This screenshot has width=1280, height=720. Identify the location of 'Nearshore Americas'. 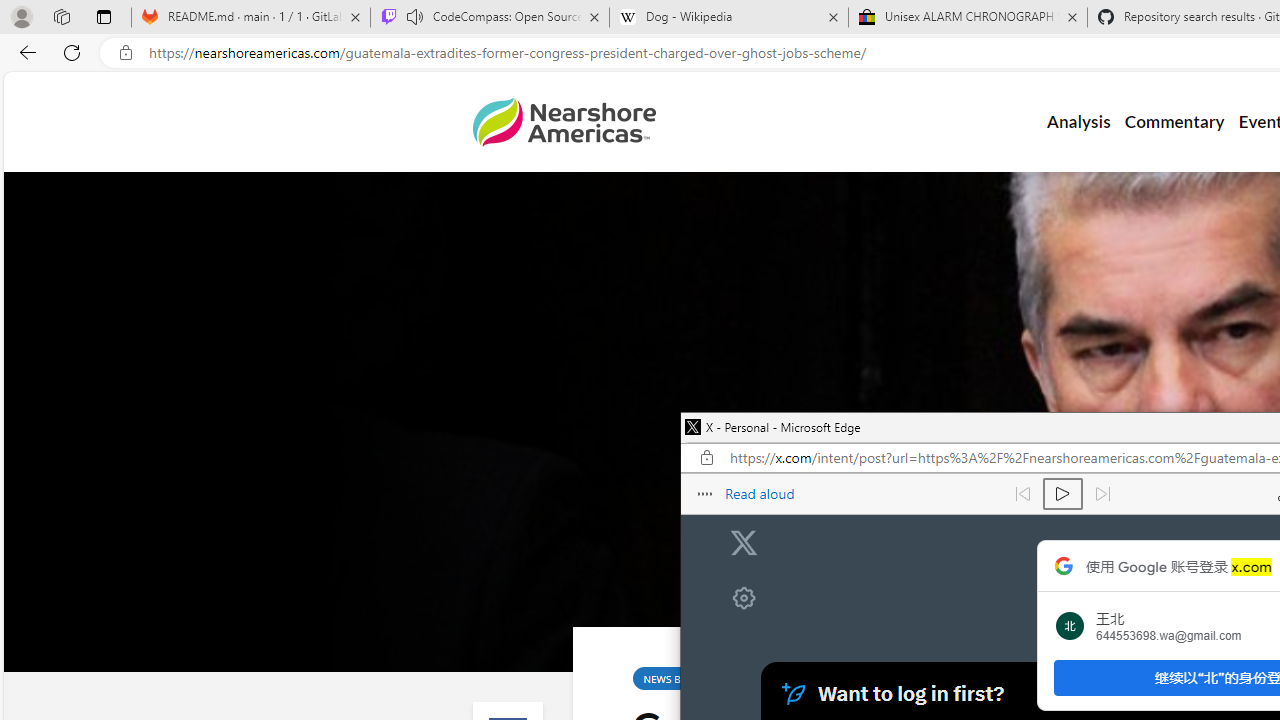
(562, 122).